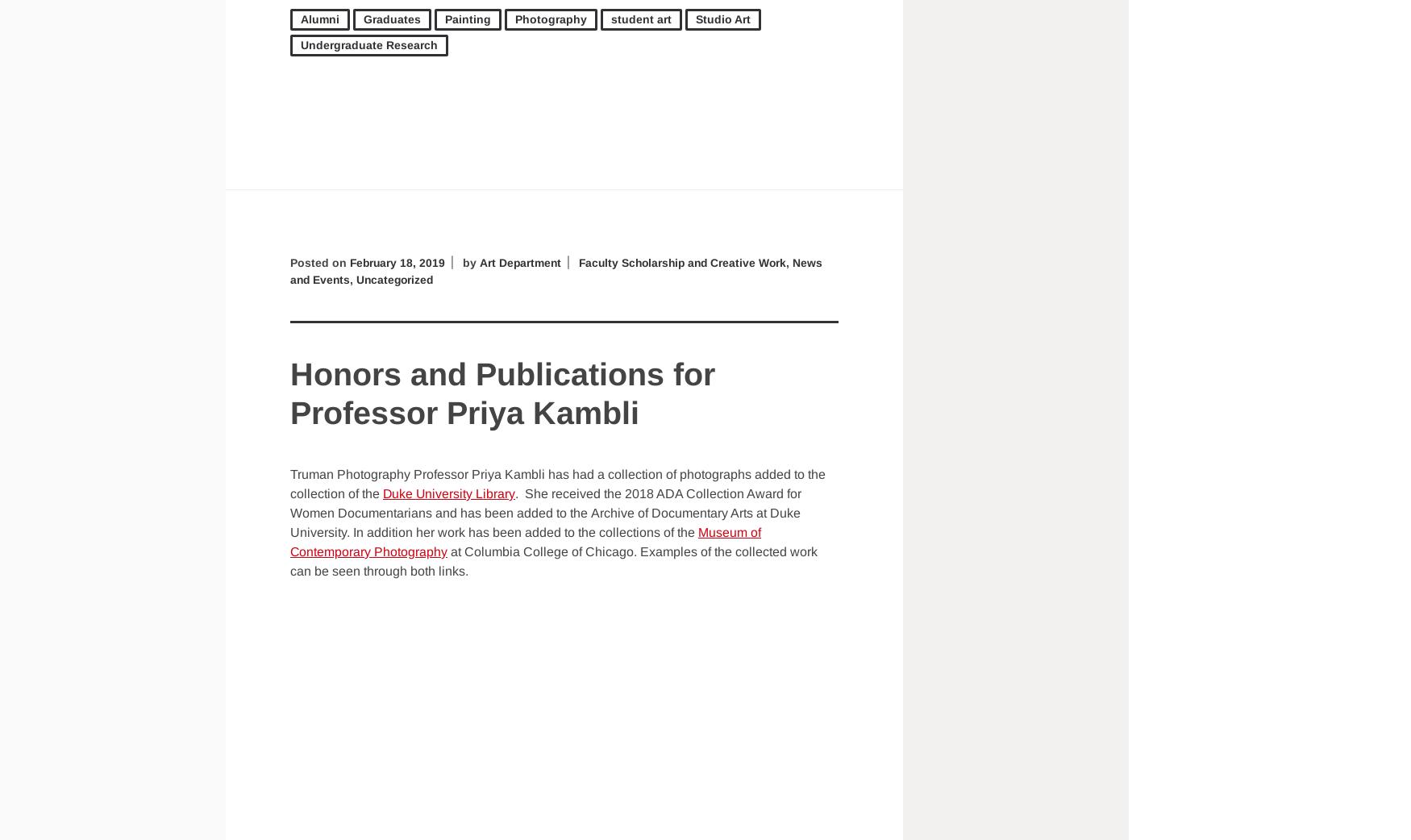  I want to click on 'Painting', so click(468, 18).